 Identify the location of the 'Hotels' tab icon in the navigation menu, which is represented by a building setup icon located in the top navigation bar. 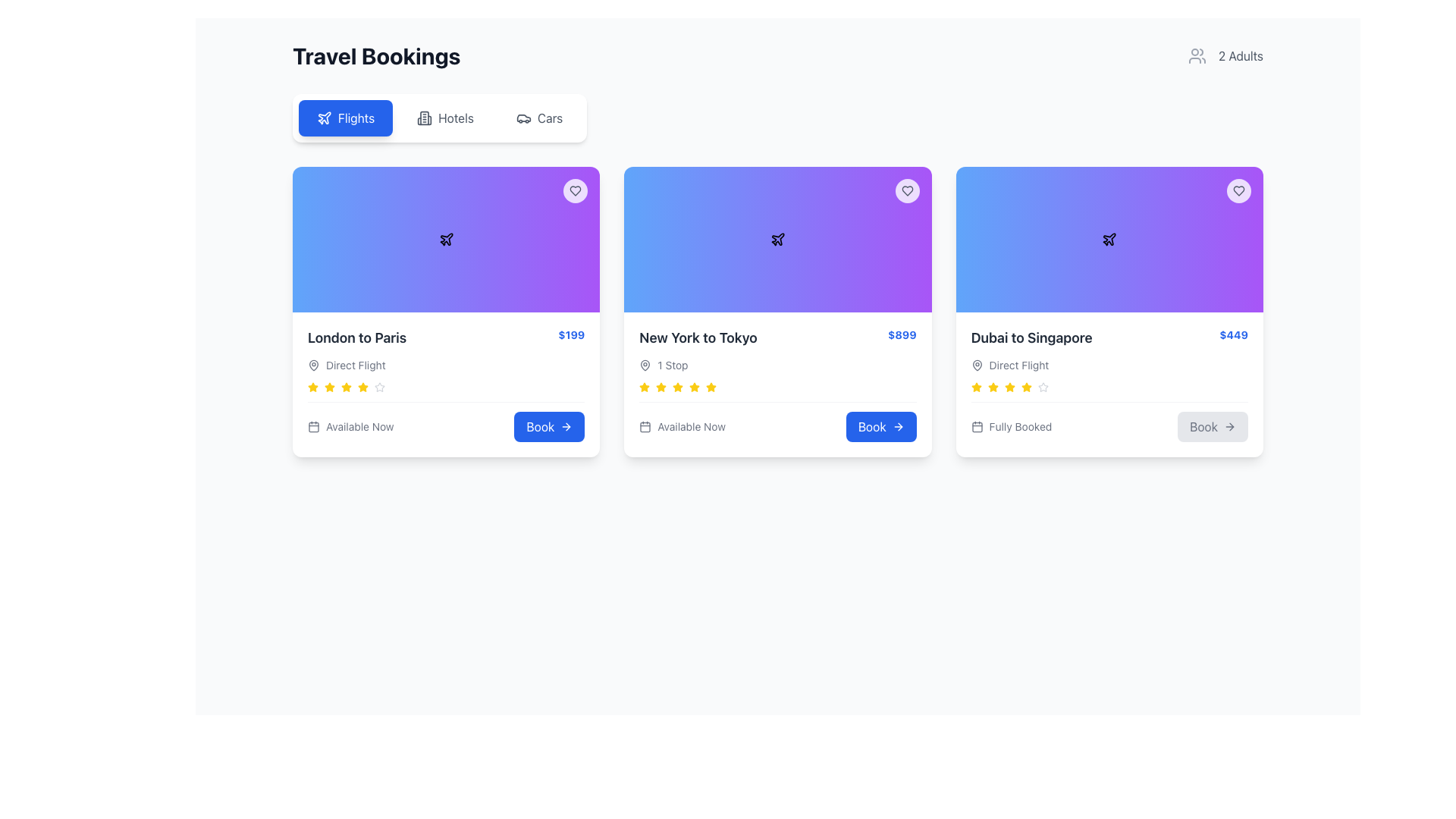
(425, 117).